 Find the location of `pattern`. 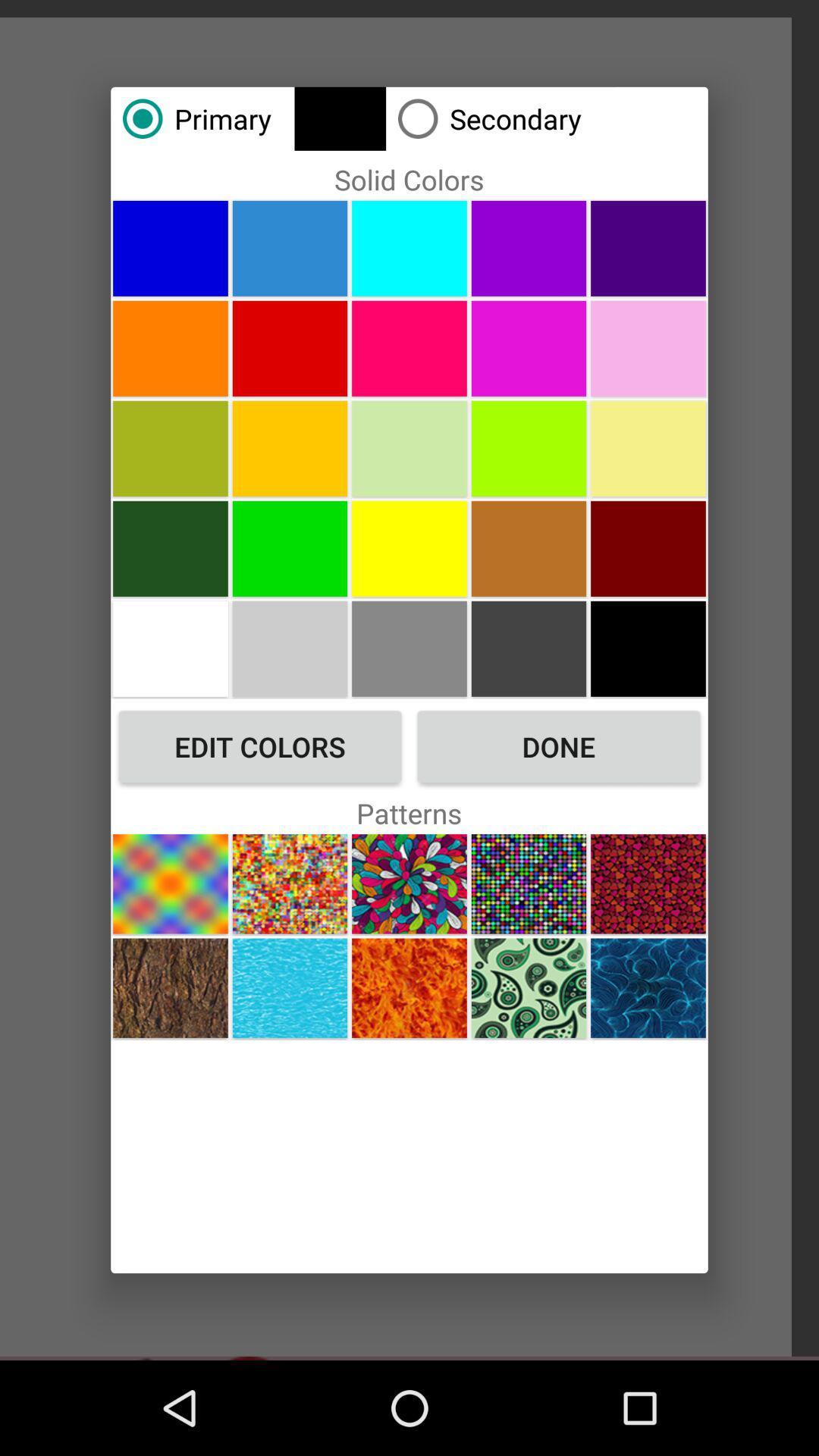

pattern is located at coordinates (409, 883).